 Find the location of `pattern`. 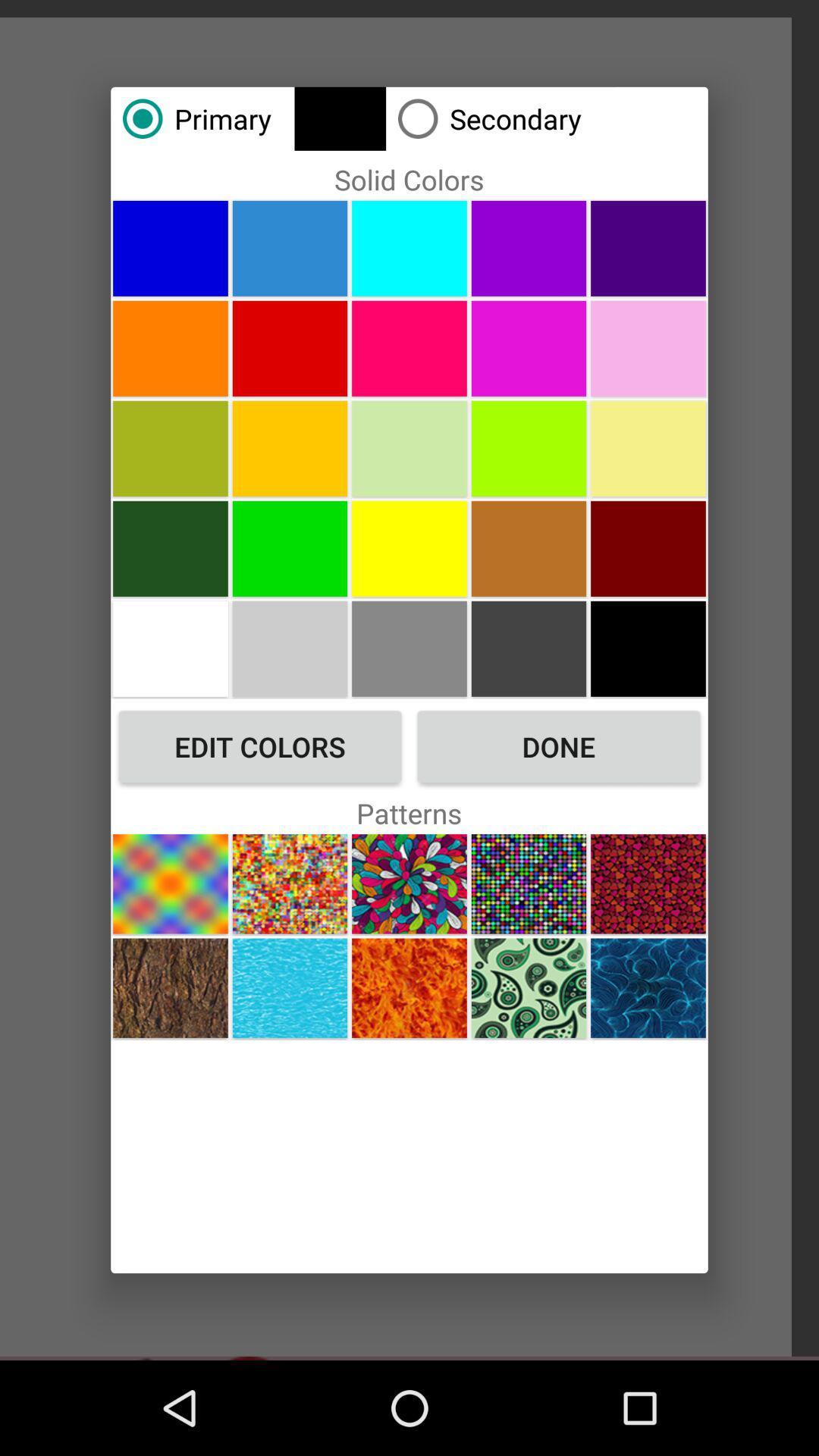

pattern is located at coordinates (409, 883).